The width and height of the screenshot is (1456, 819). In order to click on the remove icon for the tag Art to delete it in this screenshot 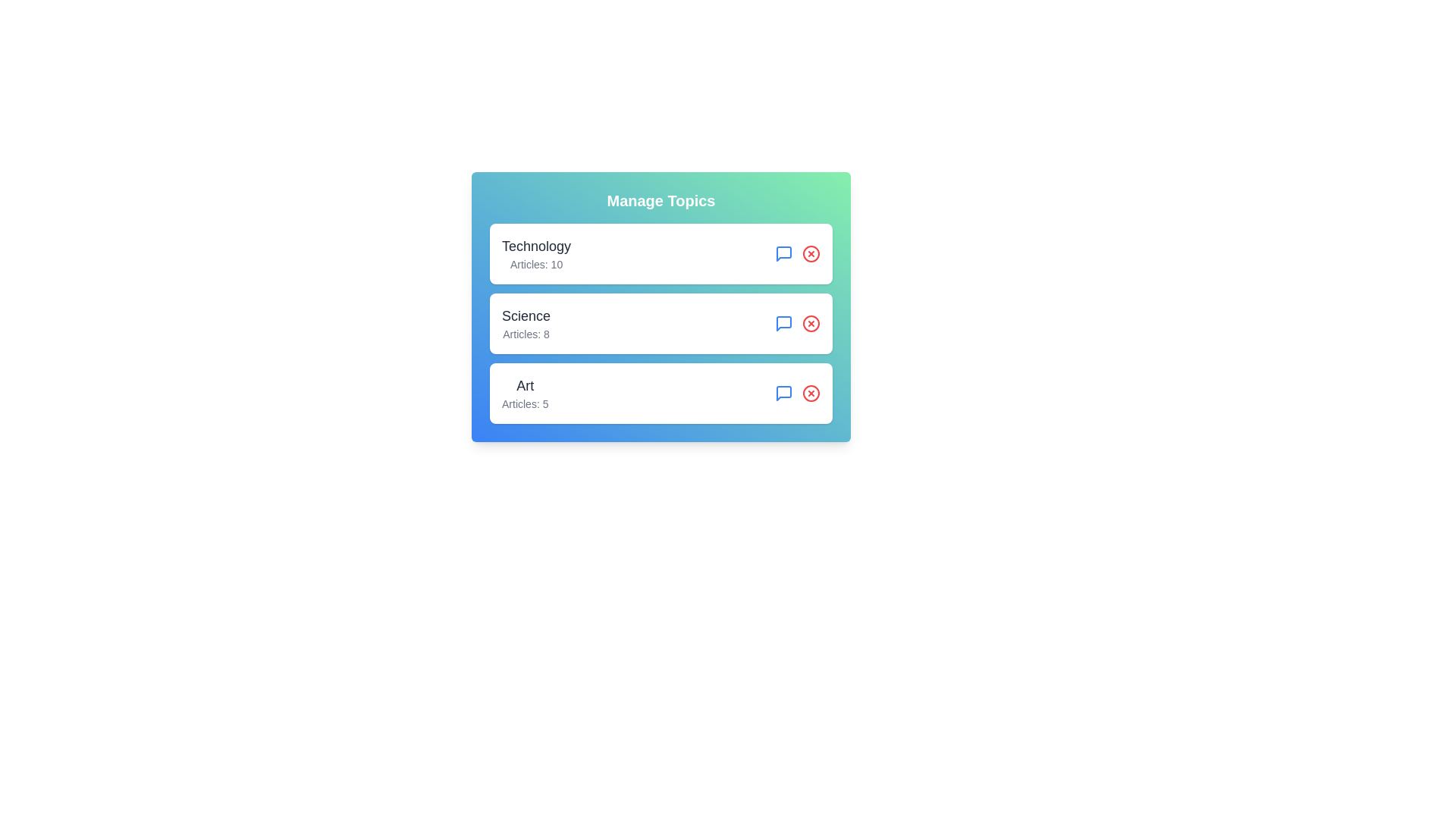, I will do `click(811, 393)`.